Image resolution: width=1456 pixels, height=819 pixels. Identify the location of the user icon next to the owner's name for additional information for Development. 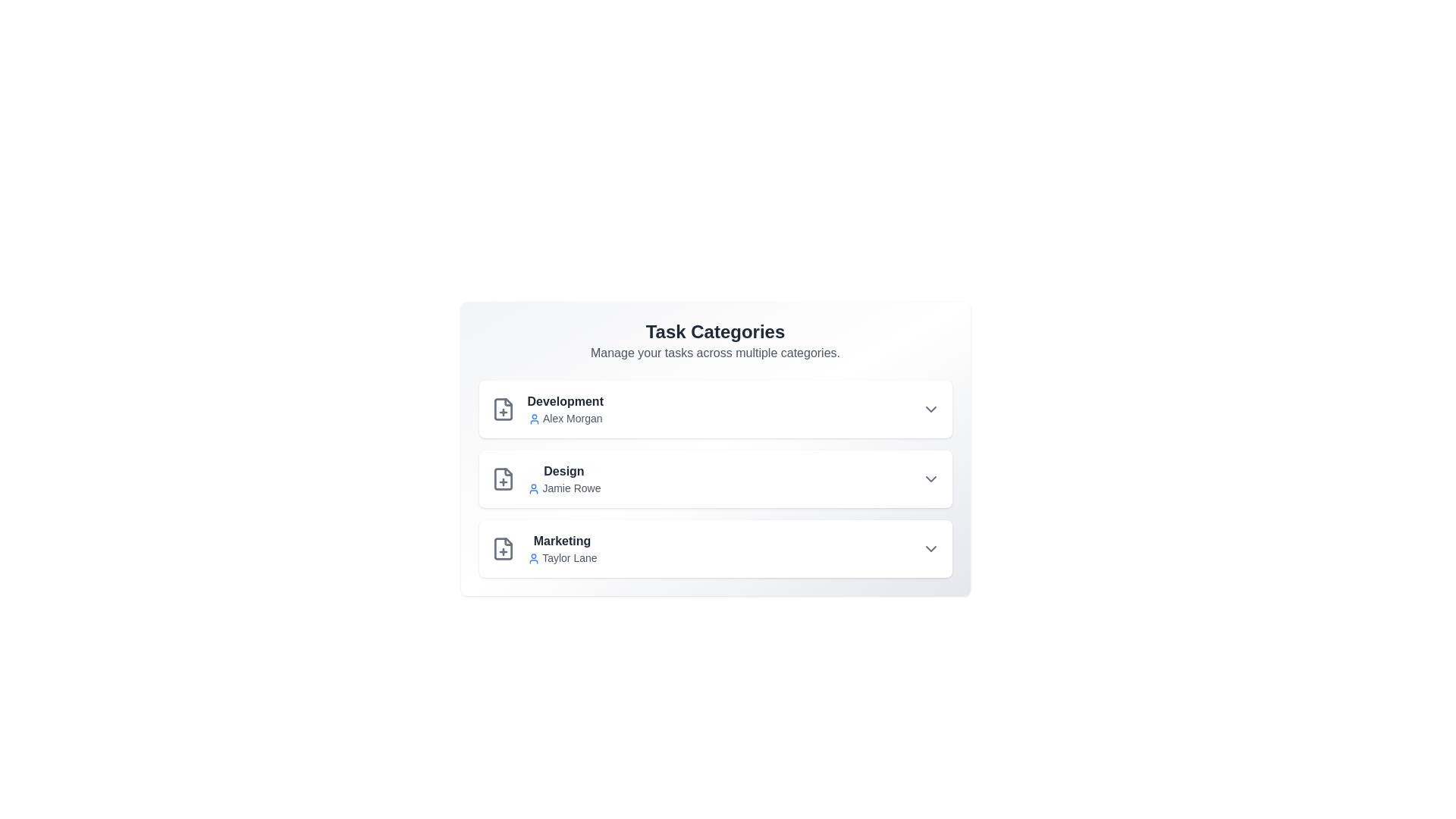
(534, 419).